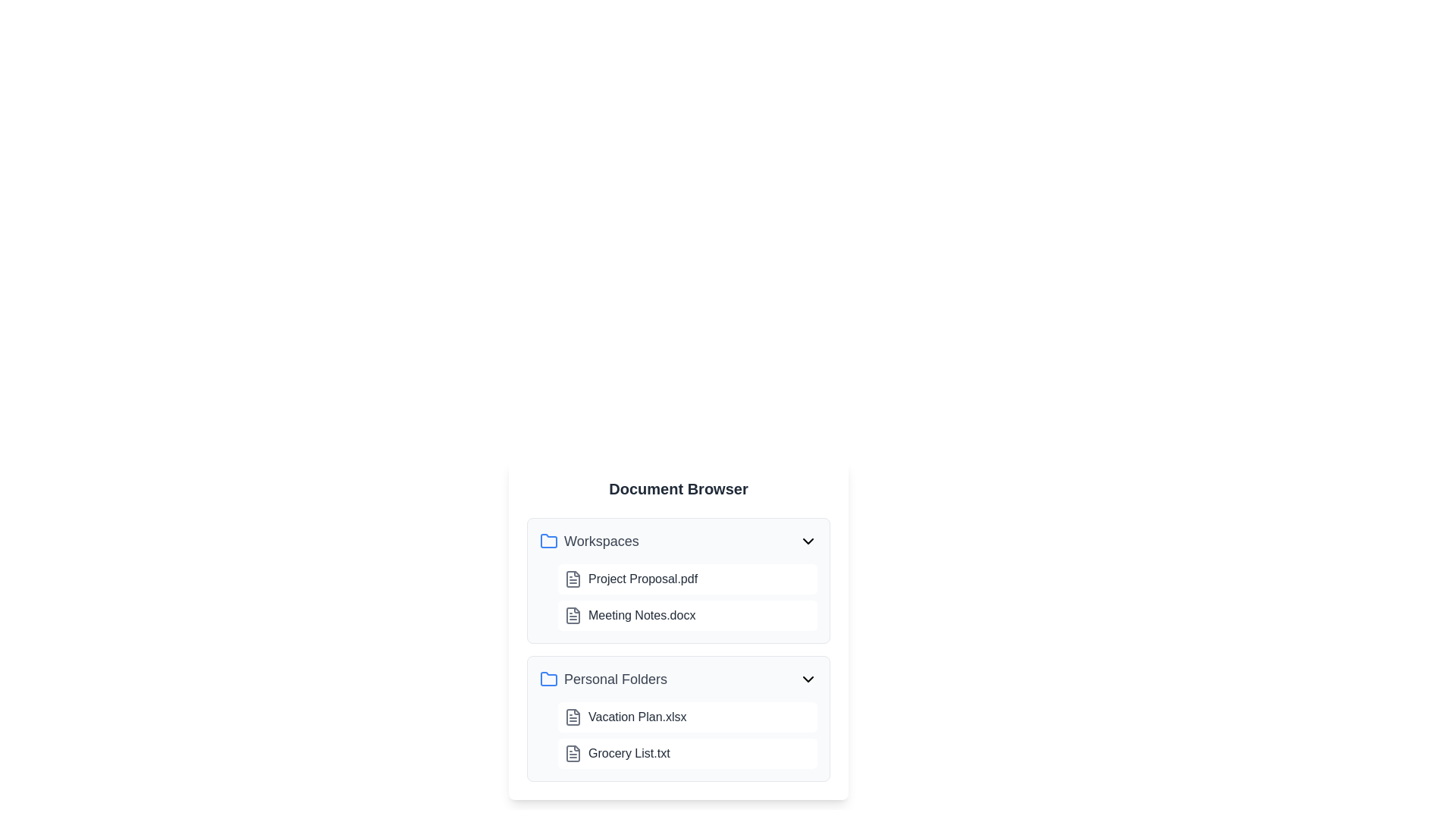  What do you see at coordinates (687, 754) in the screenshot?
I see `the List item labeled 'Grocery List.txt' in the document directory` at bounding box center [687, 754].